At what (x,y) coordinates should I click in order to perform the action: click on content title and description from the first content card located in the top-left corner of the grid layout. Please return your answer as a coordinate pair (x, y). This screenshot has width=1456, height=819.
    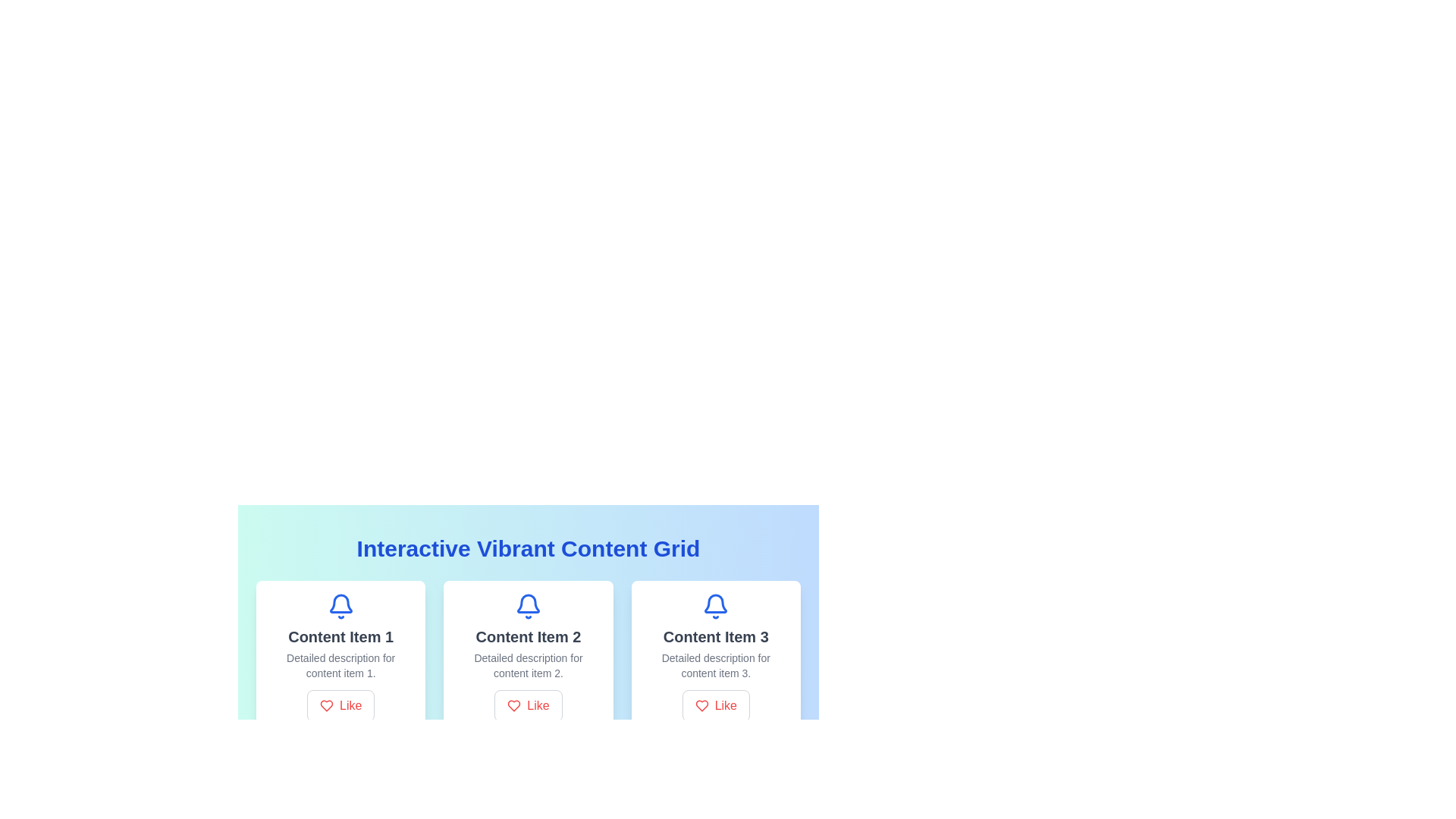
    Looking at the image, I should click on (340, 657).